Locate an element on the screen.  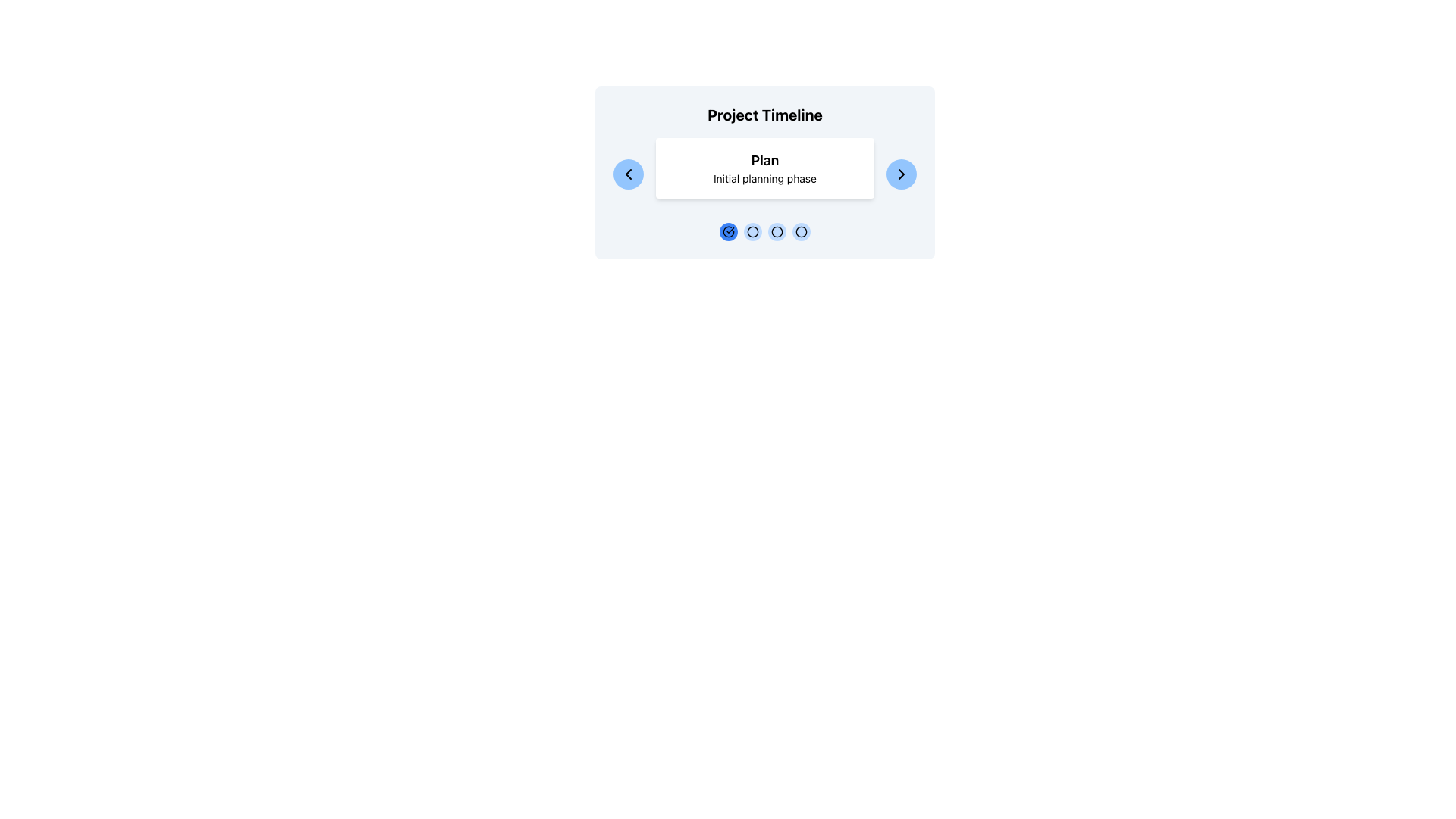
the right-facing chevron icon with a thin black stroke, located within a circular button with a light blue background, positioned to the right of the 'Plan - Initial planning phase' content in the 'Project Timeline' section is located at coordinates (902, 174).